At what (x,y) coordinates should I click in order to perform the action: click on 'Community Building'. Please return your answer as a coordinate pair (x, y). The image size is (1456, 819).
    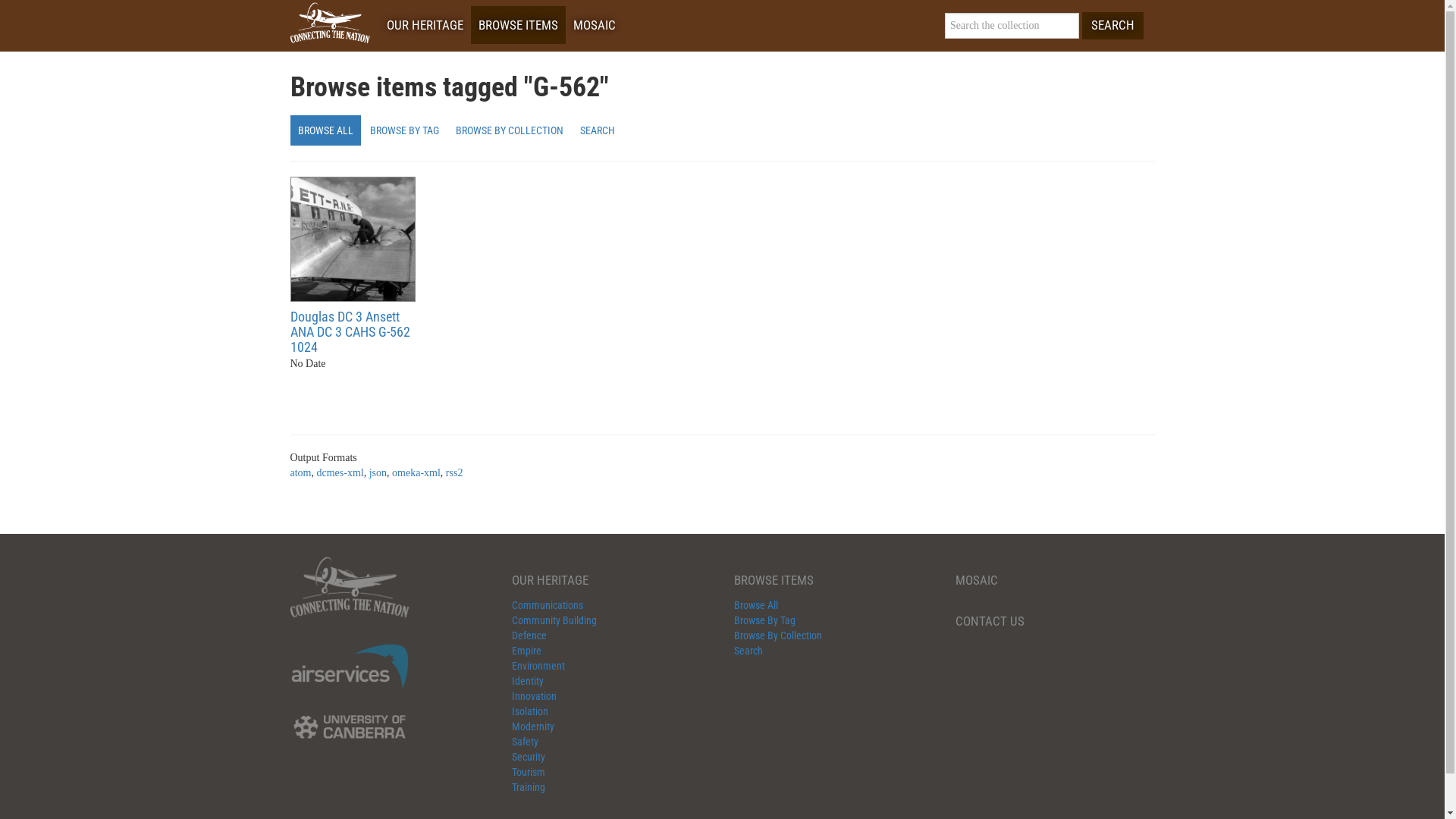
    Looking at the image, I should click on (553, 620).